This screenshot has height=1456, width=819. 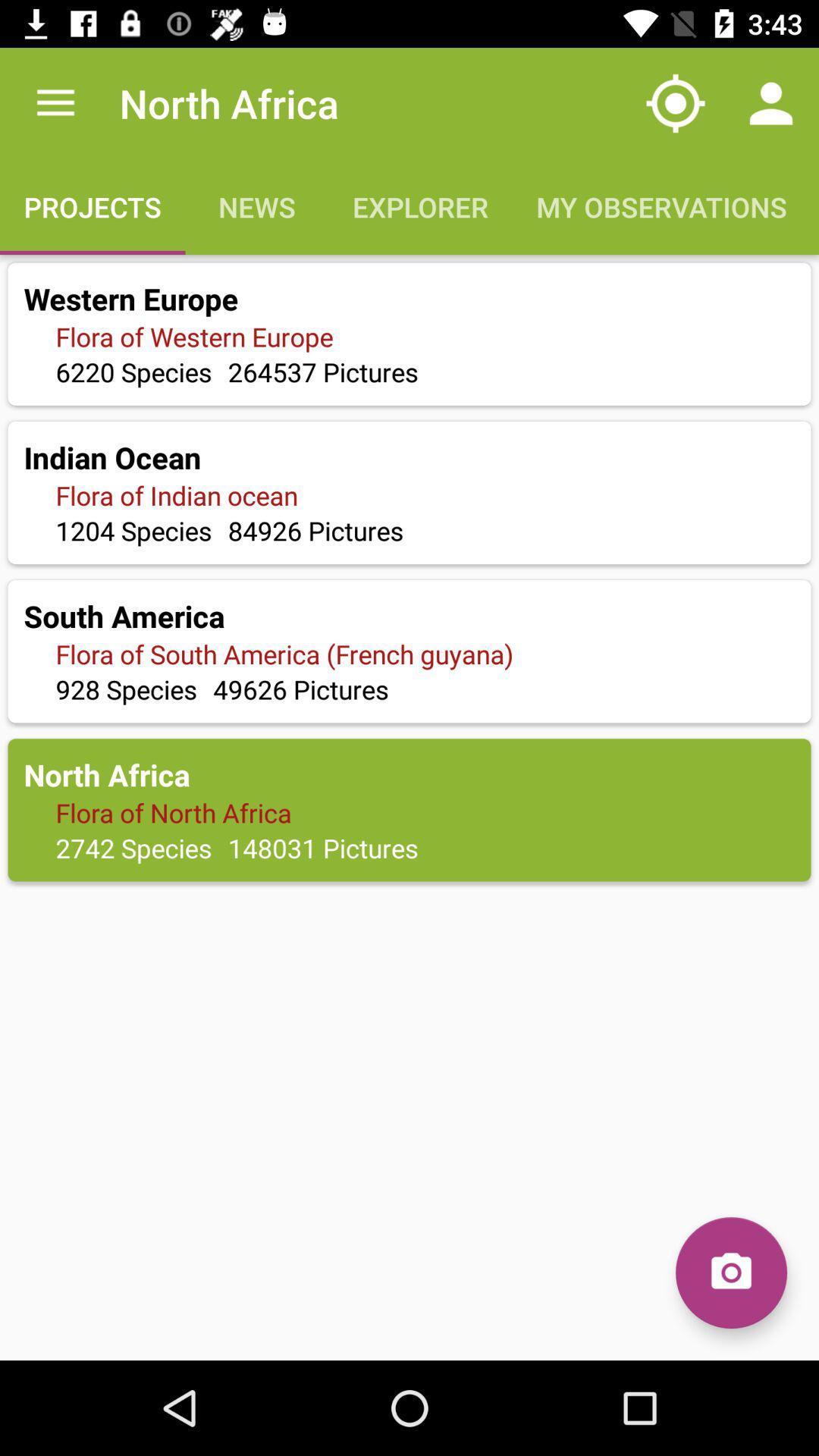 I want to click on the item above the my observations item, so click(x=675, y=102).